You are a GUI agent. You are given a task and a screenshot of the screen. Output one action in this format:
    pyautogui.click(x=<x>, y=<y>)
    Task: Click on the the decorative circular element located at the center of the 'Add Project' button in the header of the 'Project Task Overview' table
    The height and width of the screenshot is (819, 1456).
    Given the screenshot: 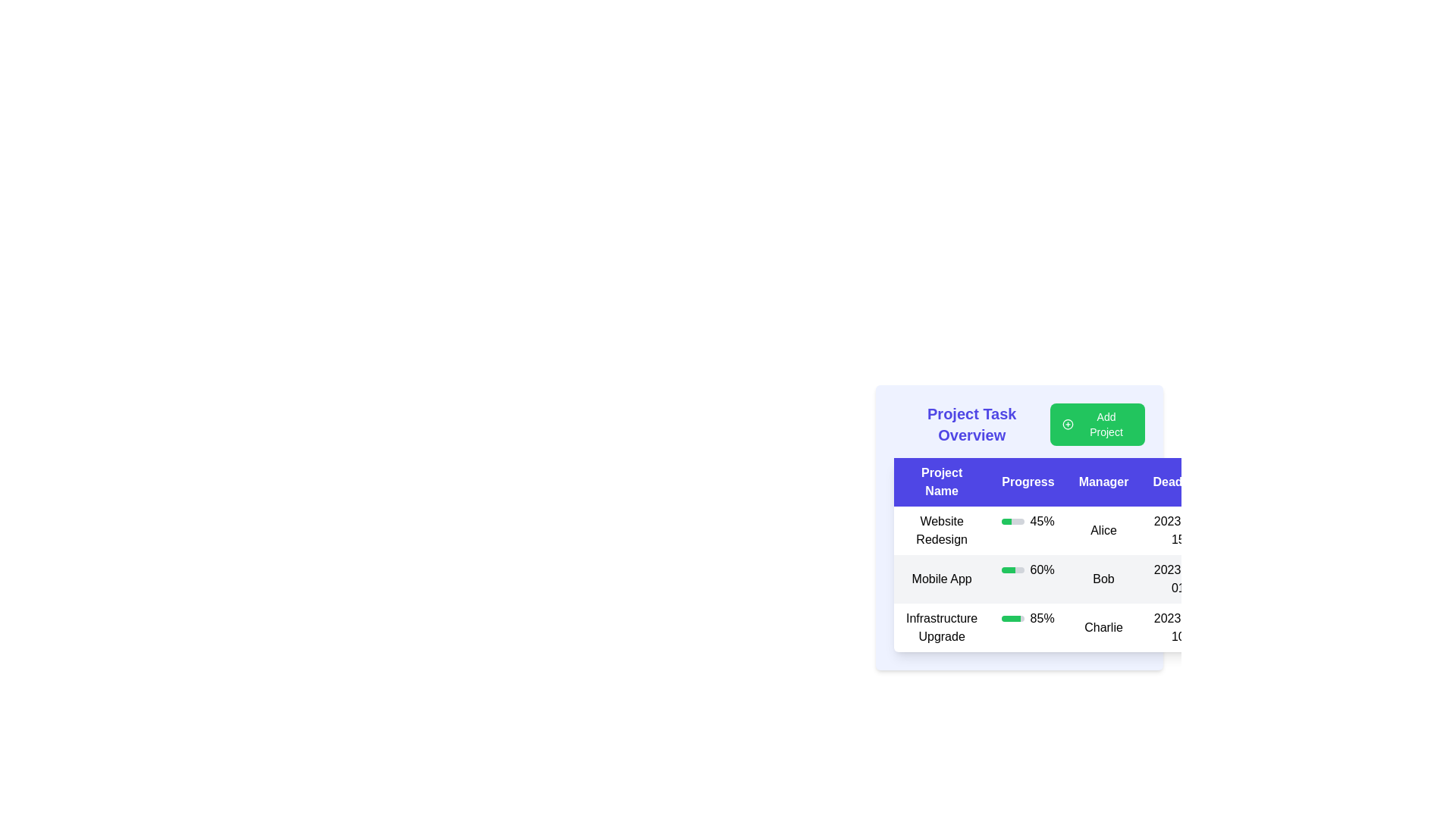 What is the action you would take?
    pyautogui.click(x=1067, y=424)
    